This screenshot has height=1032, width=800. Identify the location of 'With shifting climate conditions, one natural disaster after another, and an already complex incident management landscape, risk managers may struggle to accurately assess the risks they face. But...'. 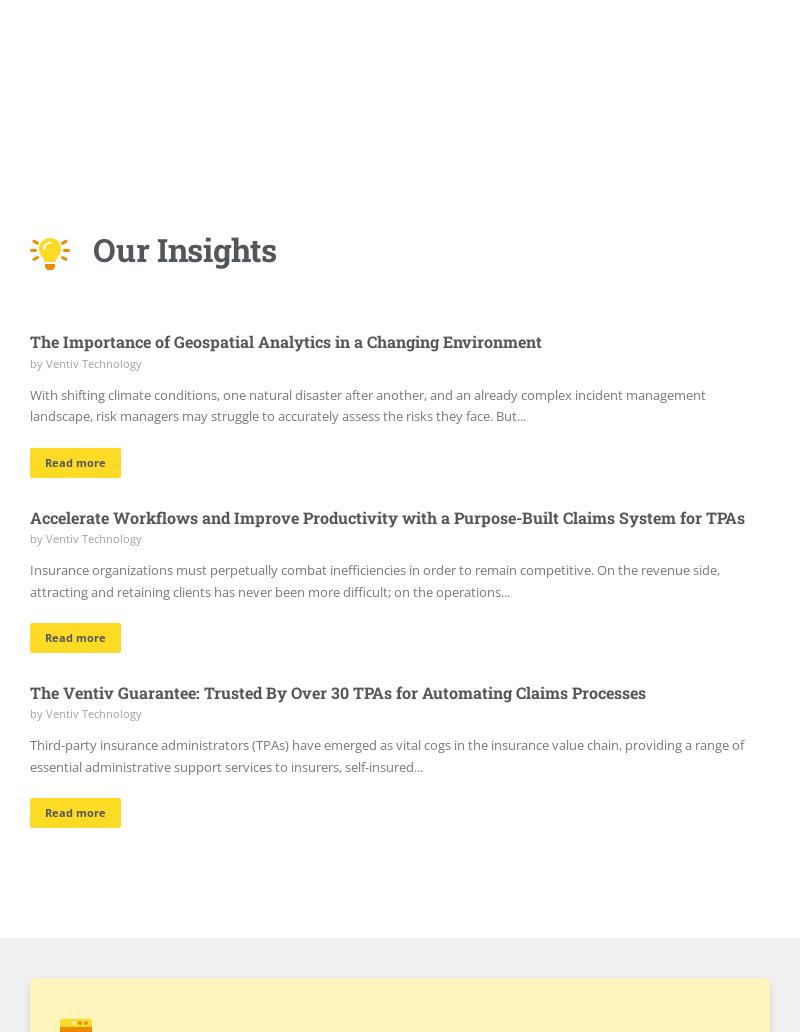
(367, 404).